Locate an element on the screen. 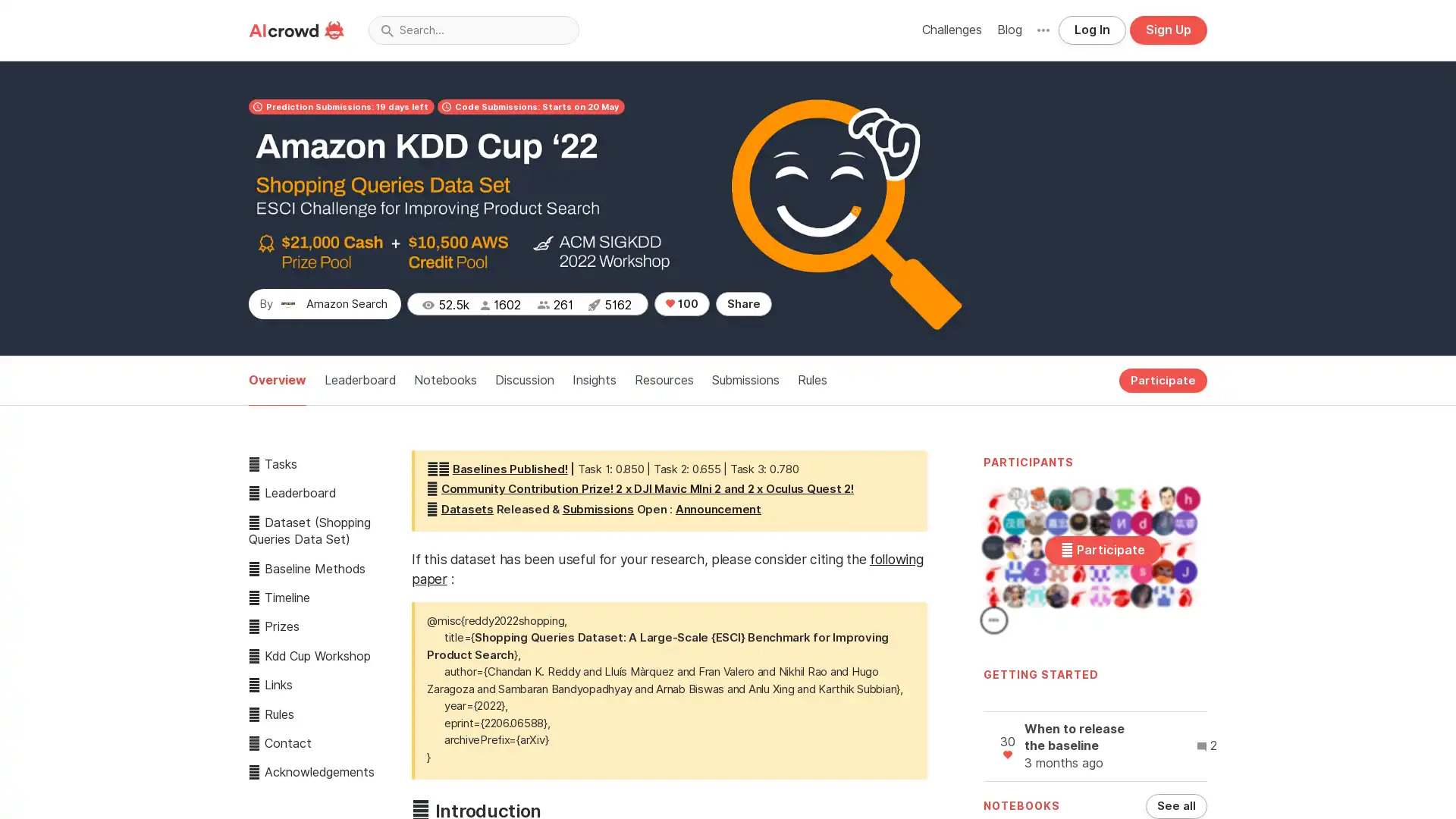 The image size is (1456, 819). Participate is located at coordinates (1102, 550).